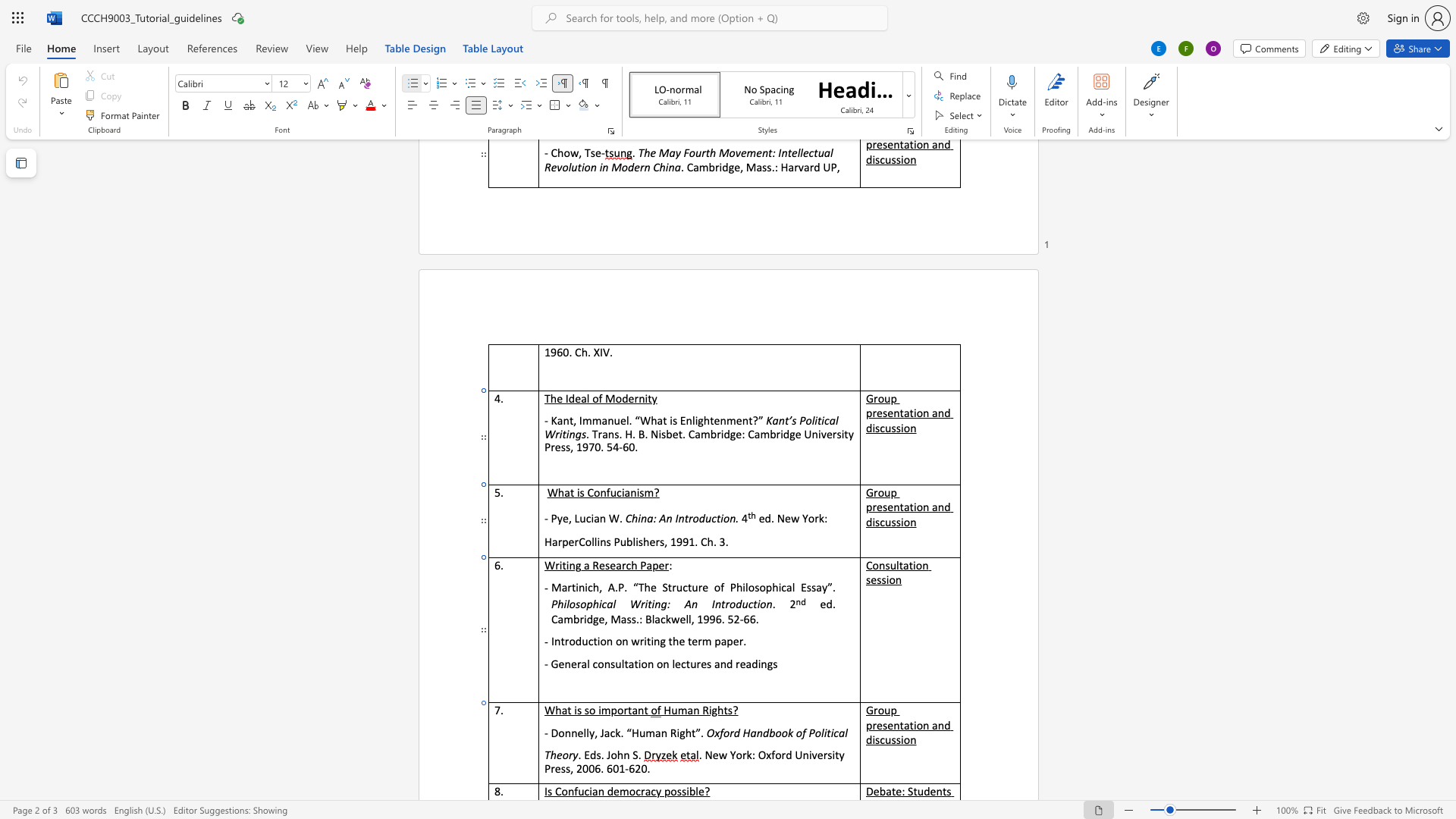 This screenshot has height=819, width=1456. I want to click on the space between the continuous character "n" and "t" in the text, so click(559, 641).